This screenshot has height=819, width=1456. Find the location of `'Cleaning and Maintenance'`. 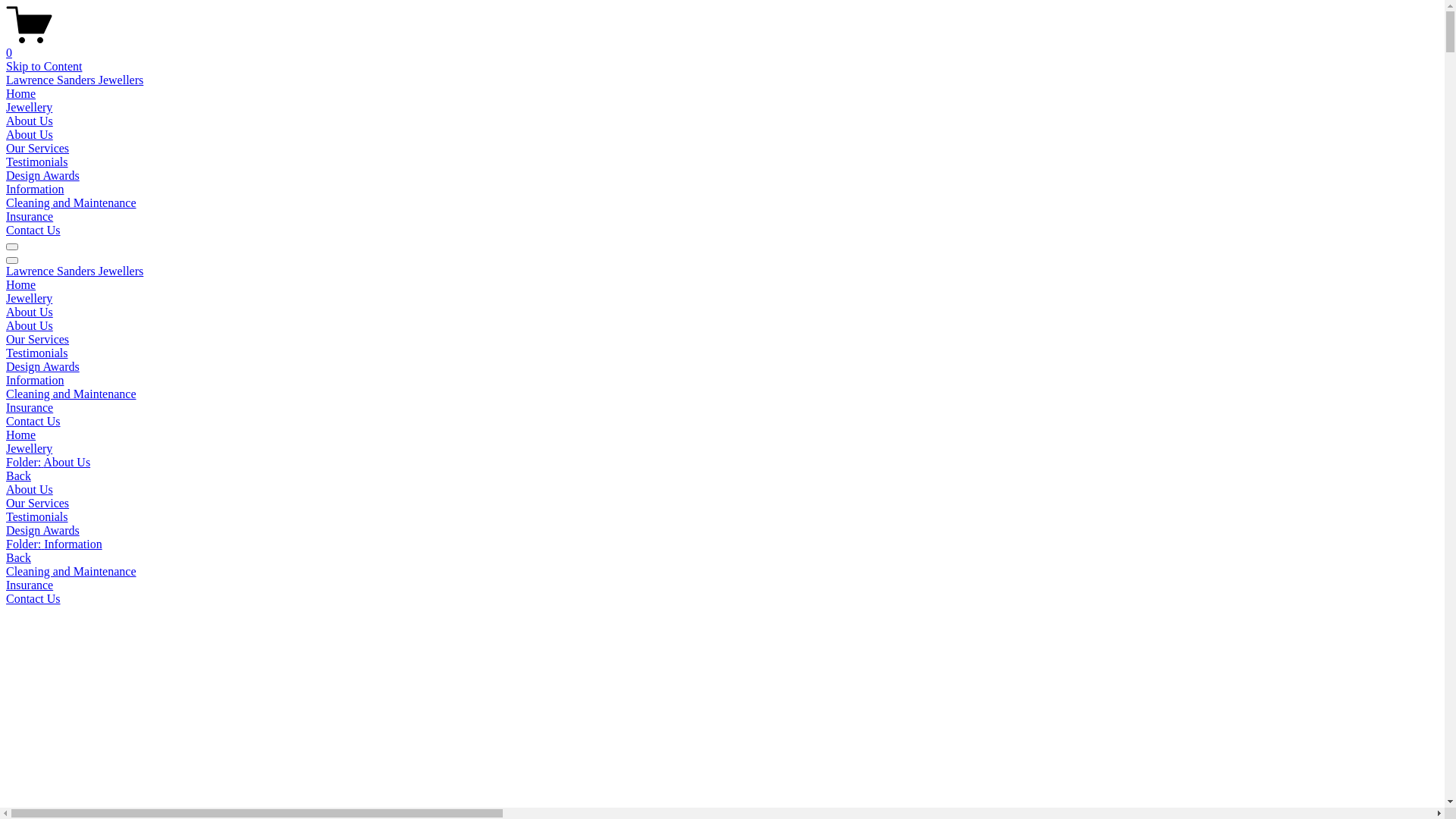

'Cleaning and Maintenance' is located at coordinates (721, 571).